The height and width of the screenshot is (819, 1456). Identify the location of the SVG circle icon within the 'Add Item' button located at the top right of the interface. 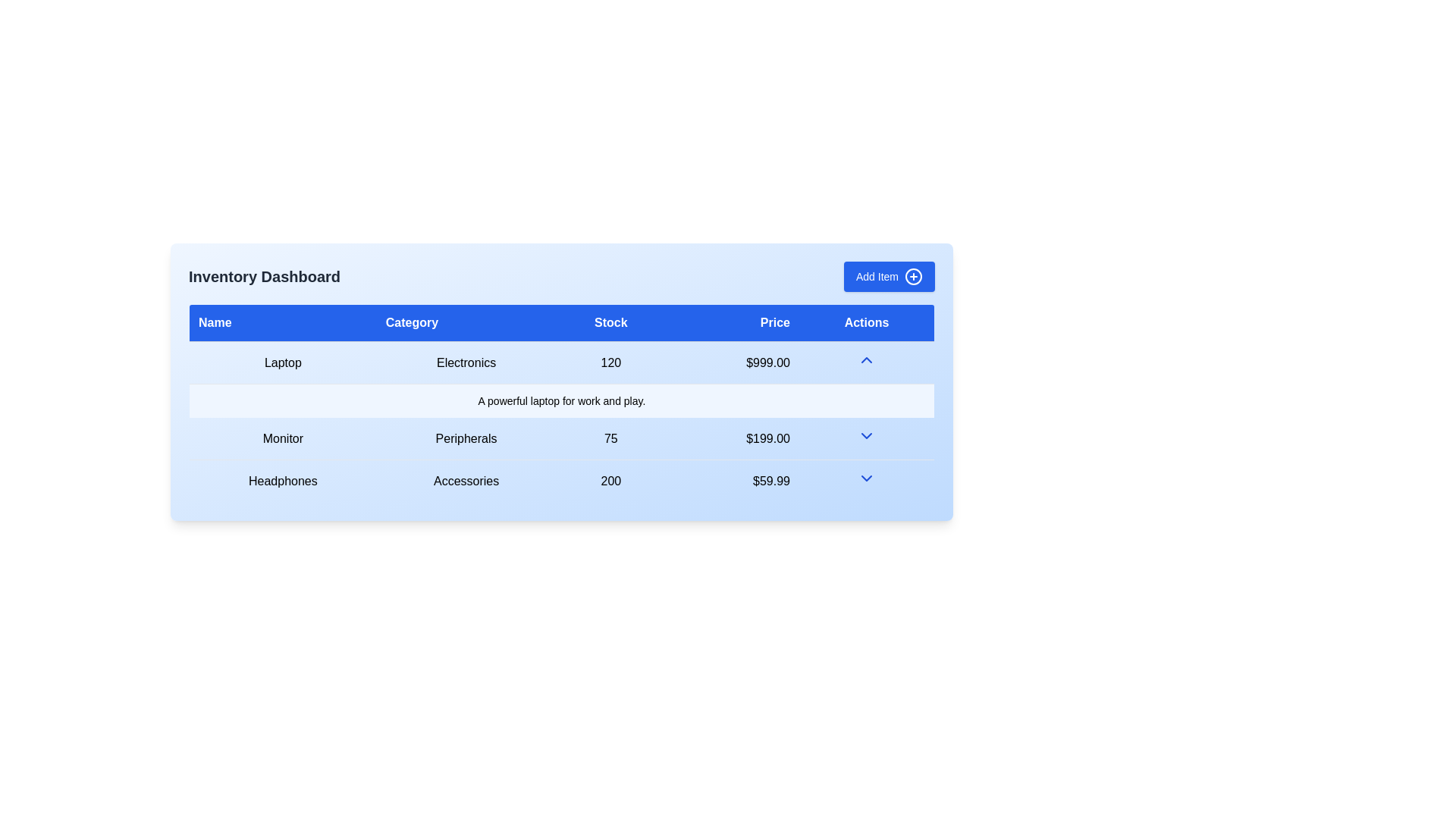
(912, 277).